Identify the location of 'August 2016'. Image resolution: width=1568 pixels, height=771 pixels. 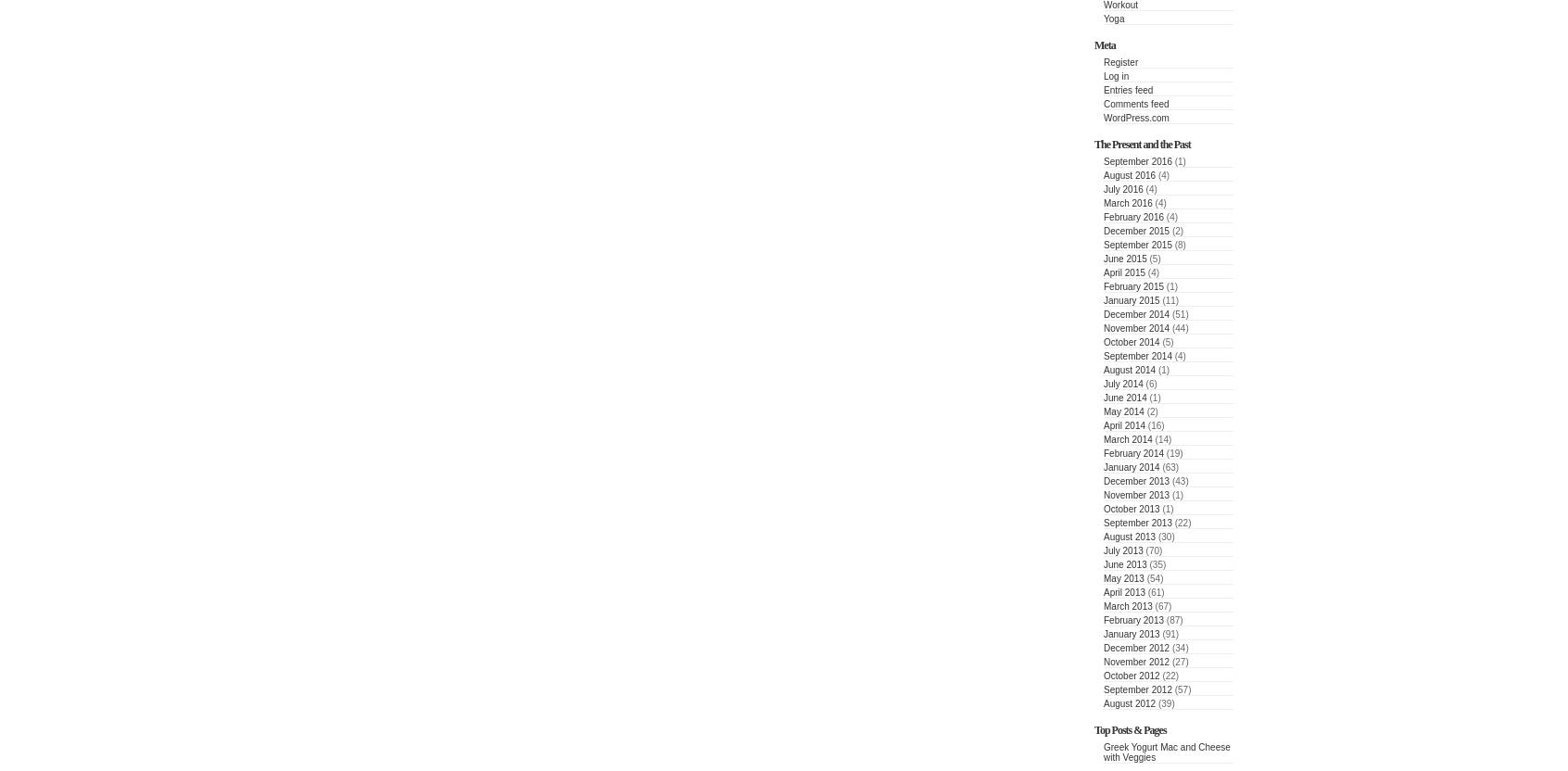
(1129, 174).